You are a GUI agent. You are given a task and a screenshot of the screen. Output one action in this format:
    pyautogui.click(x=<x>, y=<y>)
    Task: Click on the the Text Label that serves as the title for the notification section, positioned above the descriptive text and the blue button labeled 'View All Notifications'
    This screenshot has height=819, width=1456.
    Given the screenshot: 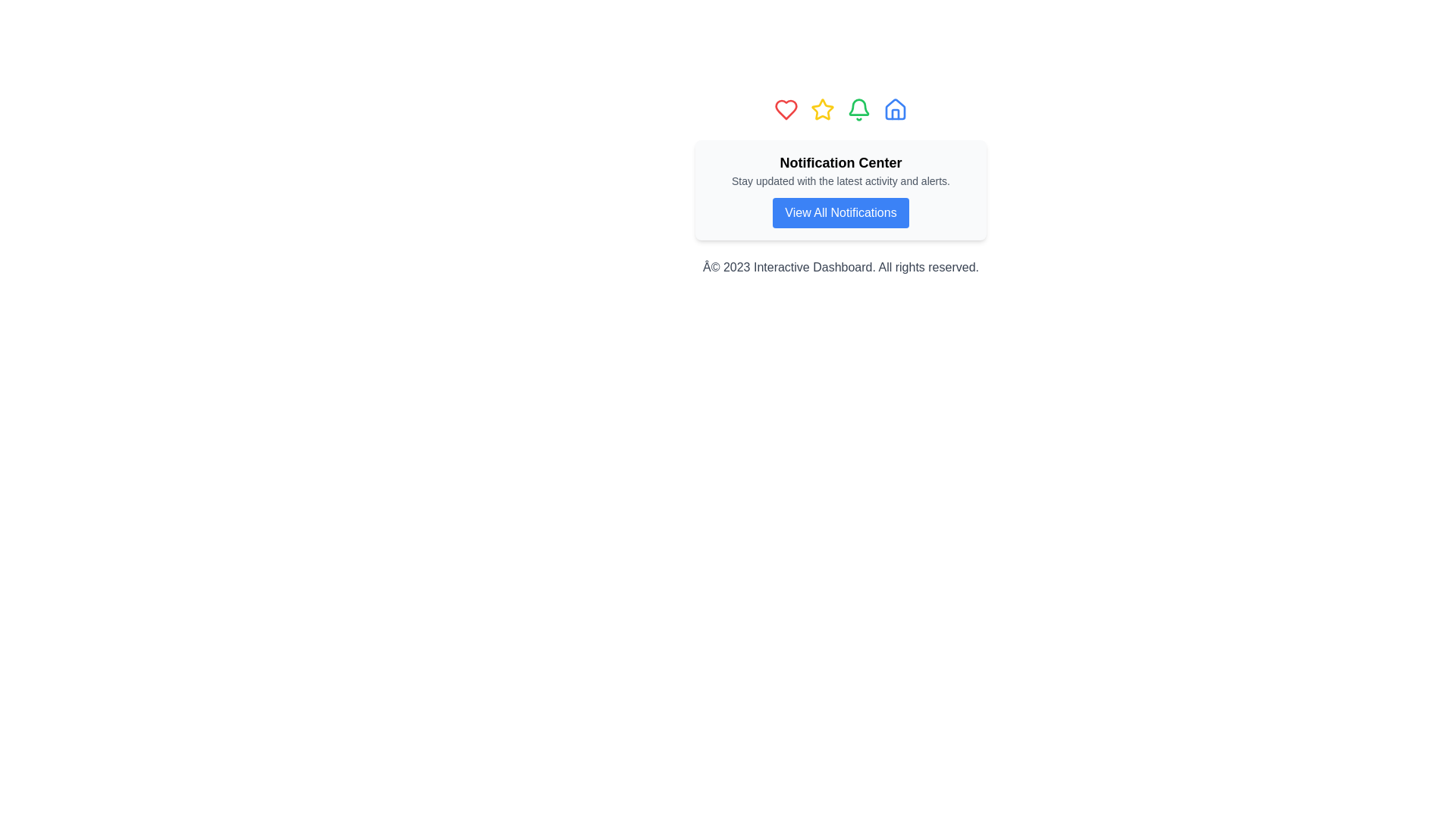 What is the action you would take?
    pyautogui.click(x=839, y=163)
    